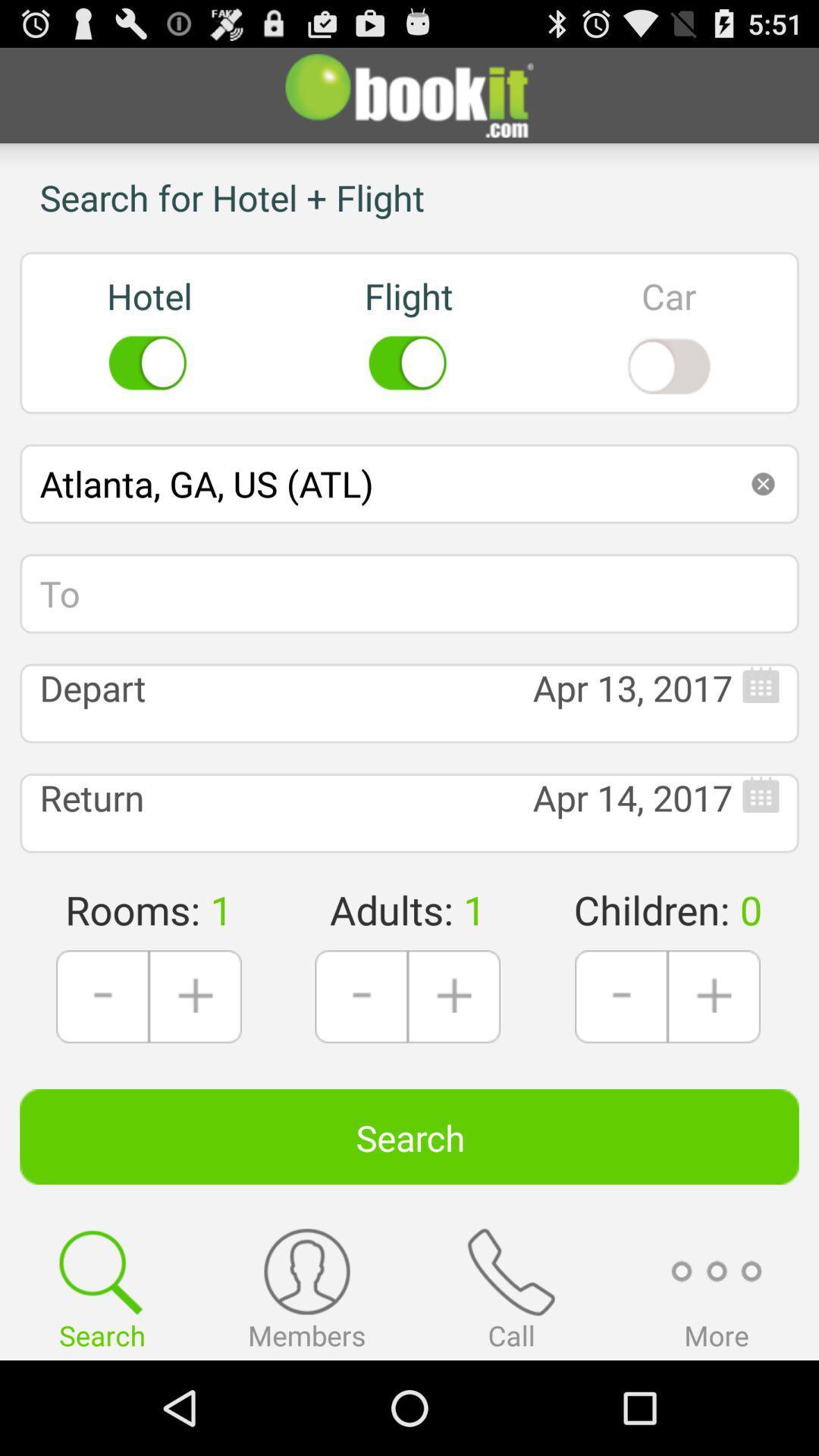 This screenshot has height=1456, width=819. I want to click on the add icon, so click(194, 1065).